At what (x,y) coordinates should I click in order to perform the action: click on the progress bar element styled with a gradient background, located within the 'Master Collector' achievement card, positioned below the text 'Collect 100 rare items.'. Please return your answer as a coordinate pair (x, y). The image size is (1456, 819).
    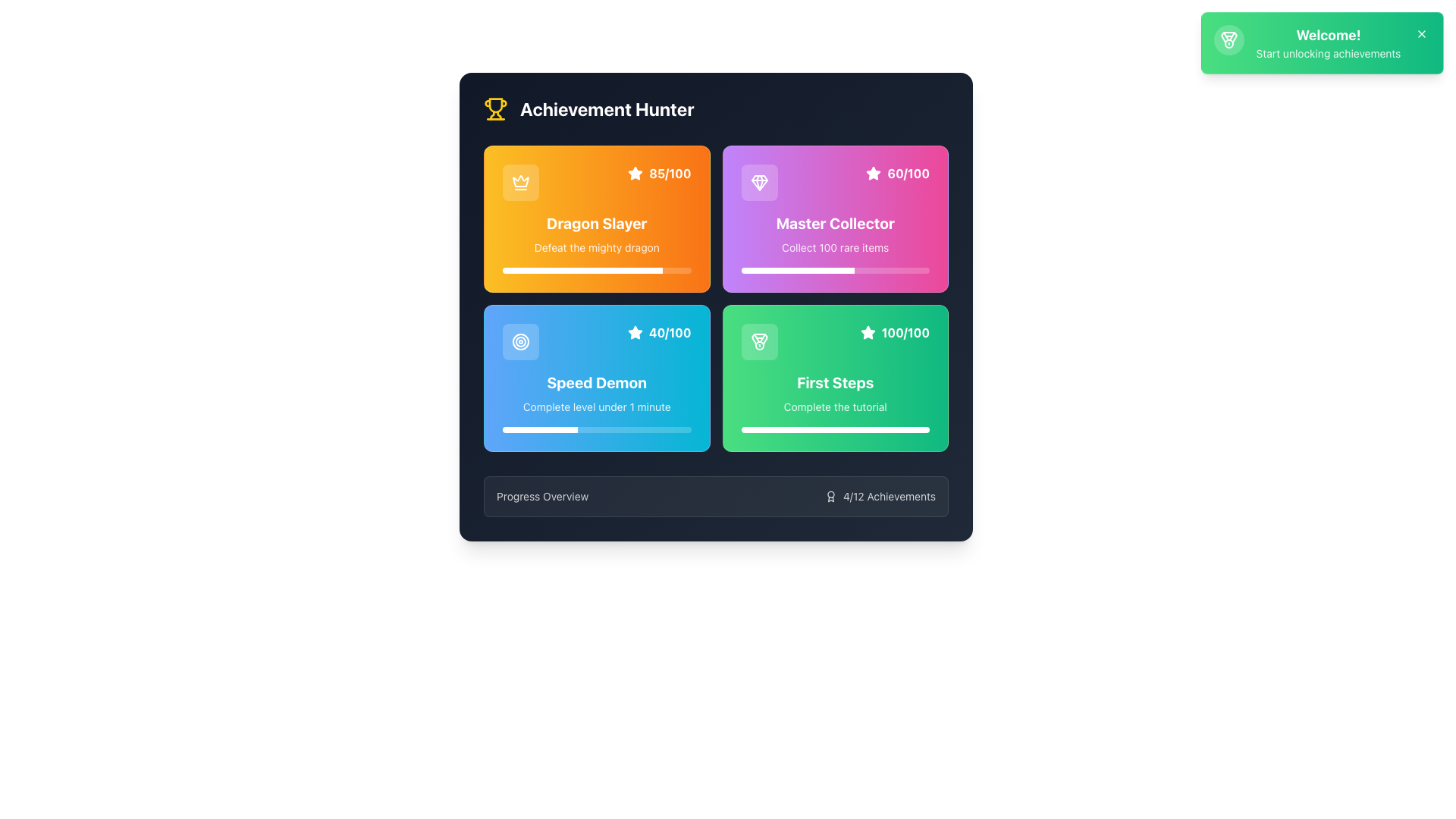
    Looking at the image, I should click on (834, 270).